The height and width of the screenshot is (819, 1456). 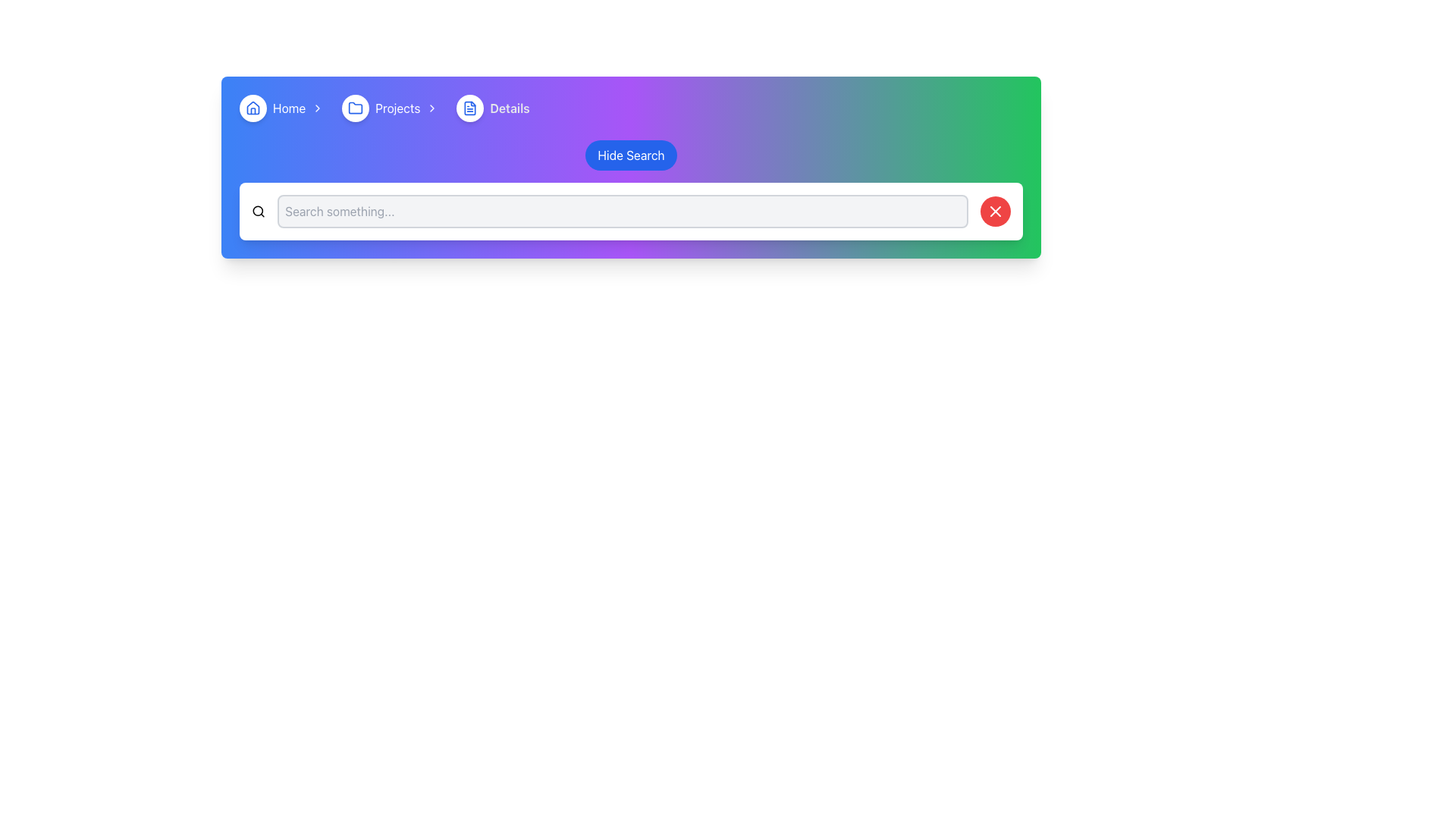 I want to click on the toggle button located centrally at the top of the interface to interact with the search bar below it, so click(x=631, y=155).